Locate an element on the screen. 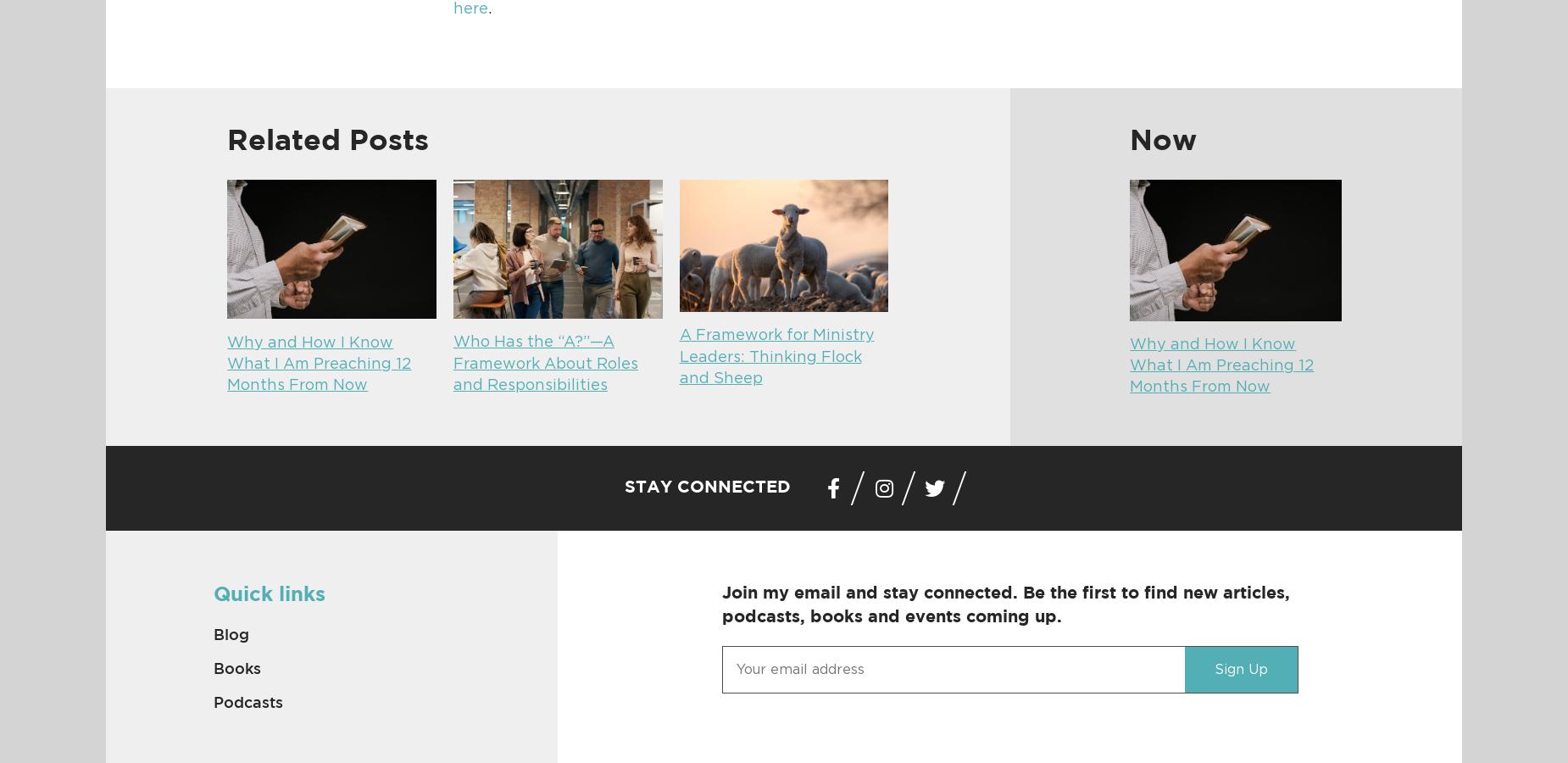 Image resolution: width=1568 pixels, height=763 pixels. 'A Framework for Ministry Leaders: Thinking Flock and Sheep' is located at coordinates (776, 357).